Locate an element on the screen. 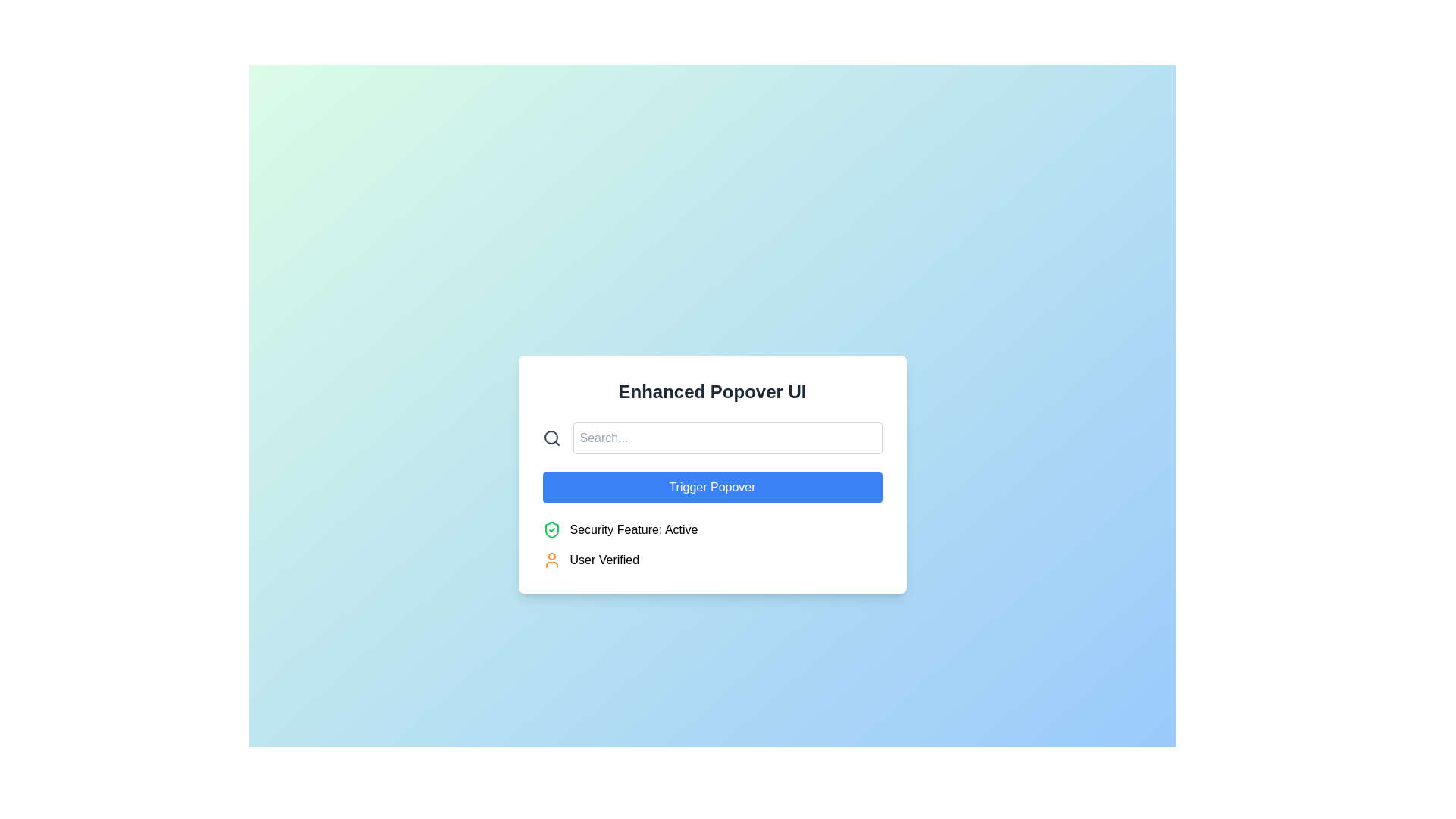  the button that triggers the popover interface element located below the search bar and above the text 'Security Feature: Active' and 'User Verified' is located at coordinates (711, 473).